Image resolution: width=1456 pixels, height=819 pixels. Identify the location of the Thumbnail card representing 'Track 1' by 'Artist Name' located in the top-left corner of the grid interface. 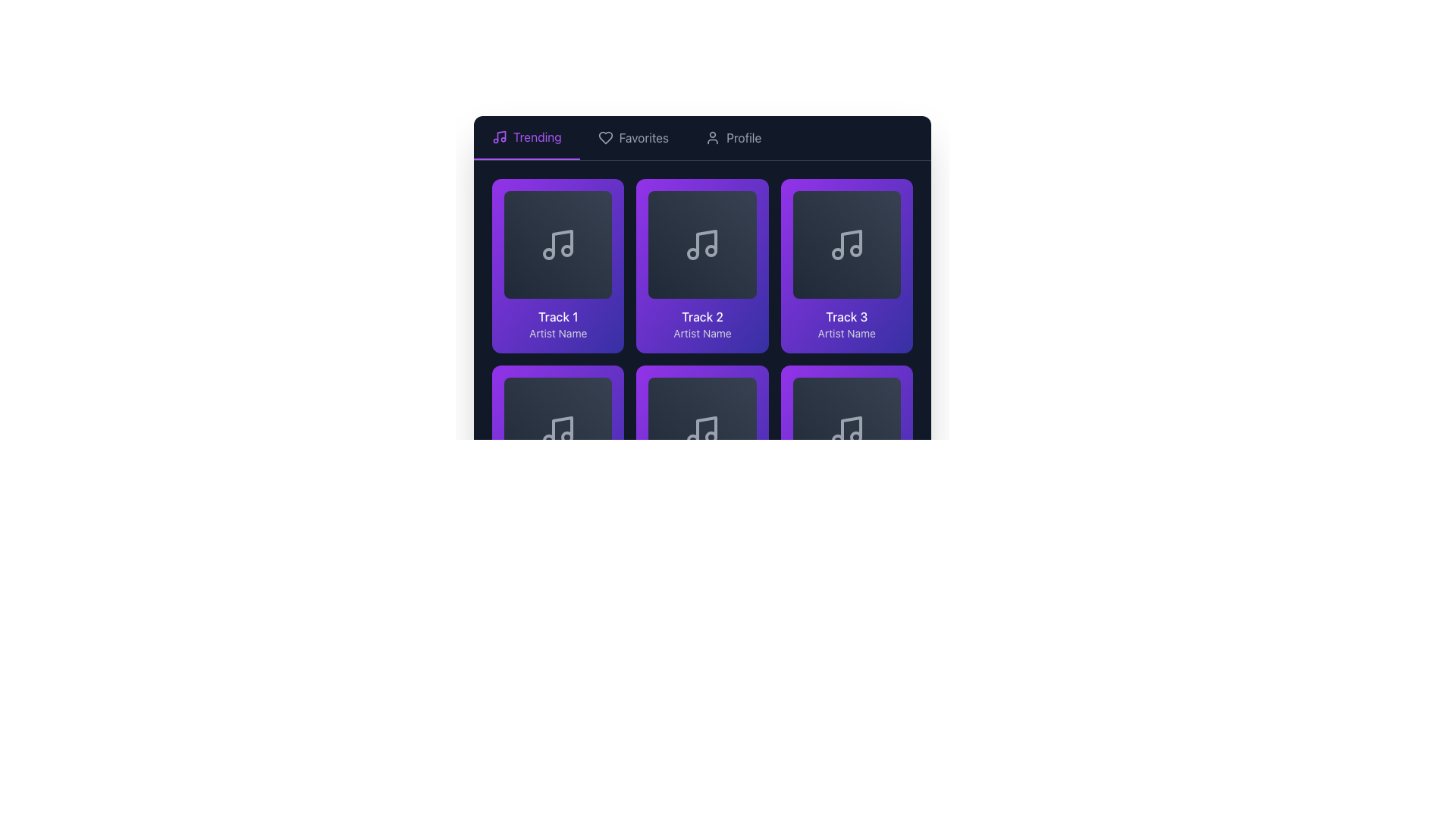
(557, 244).